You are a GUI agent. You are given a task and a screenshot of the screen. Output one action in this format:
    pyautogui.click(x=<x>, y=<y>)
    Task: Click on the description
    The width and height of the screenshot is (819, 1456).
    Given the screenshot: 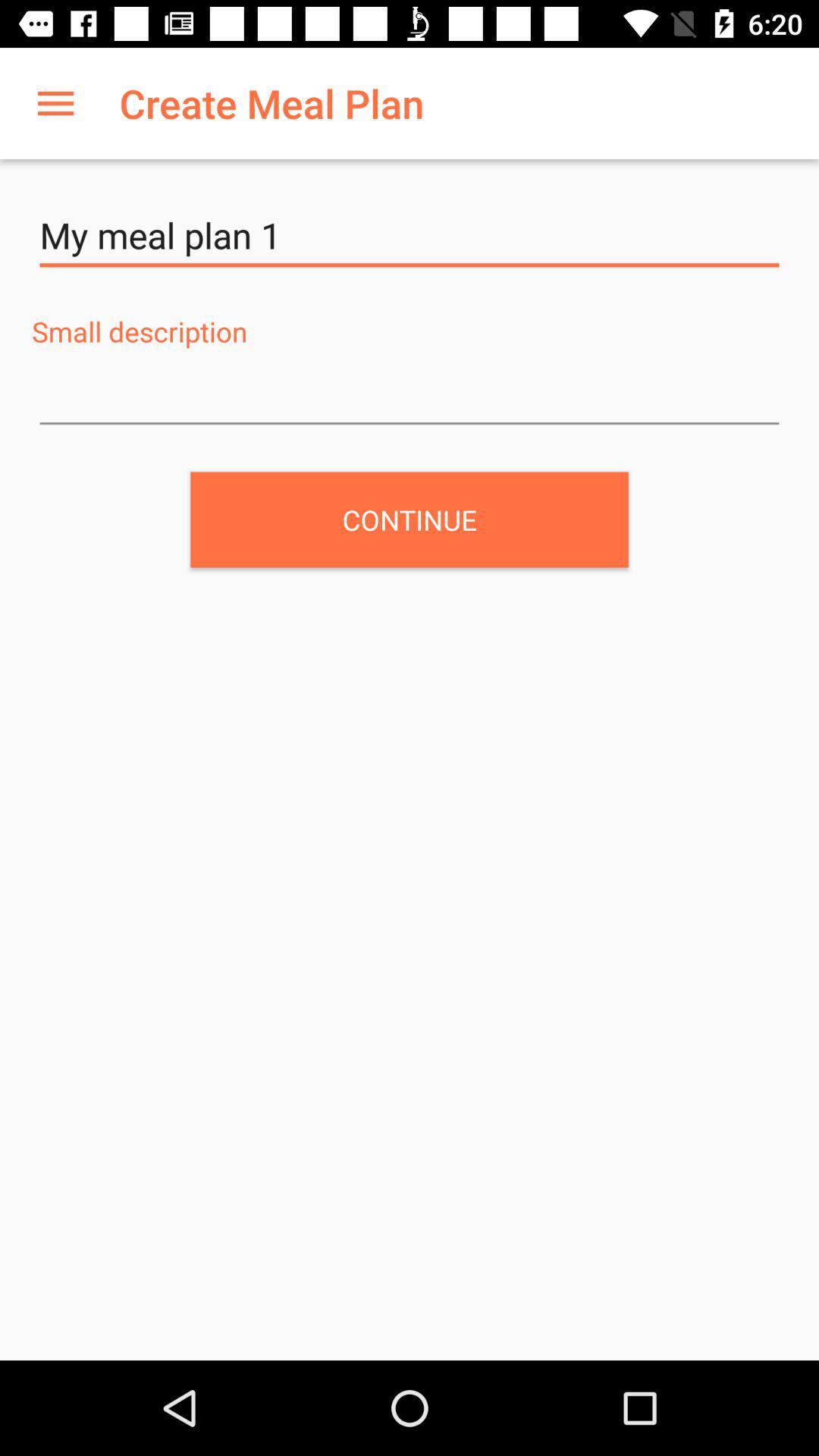 What is the action you would take?
    pyautogui.click(x=409, y=395)
    